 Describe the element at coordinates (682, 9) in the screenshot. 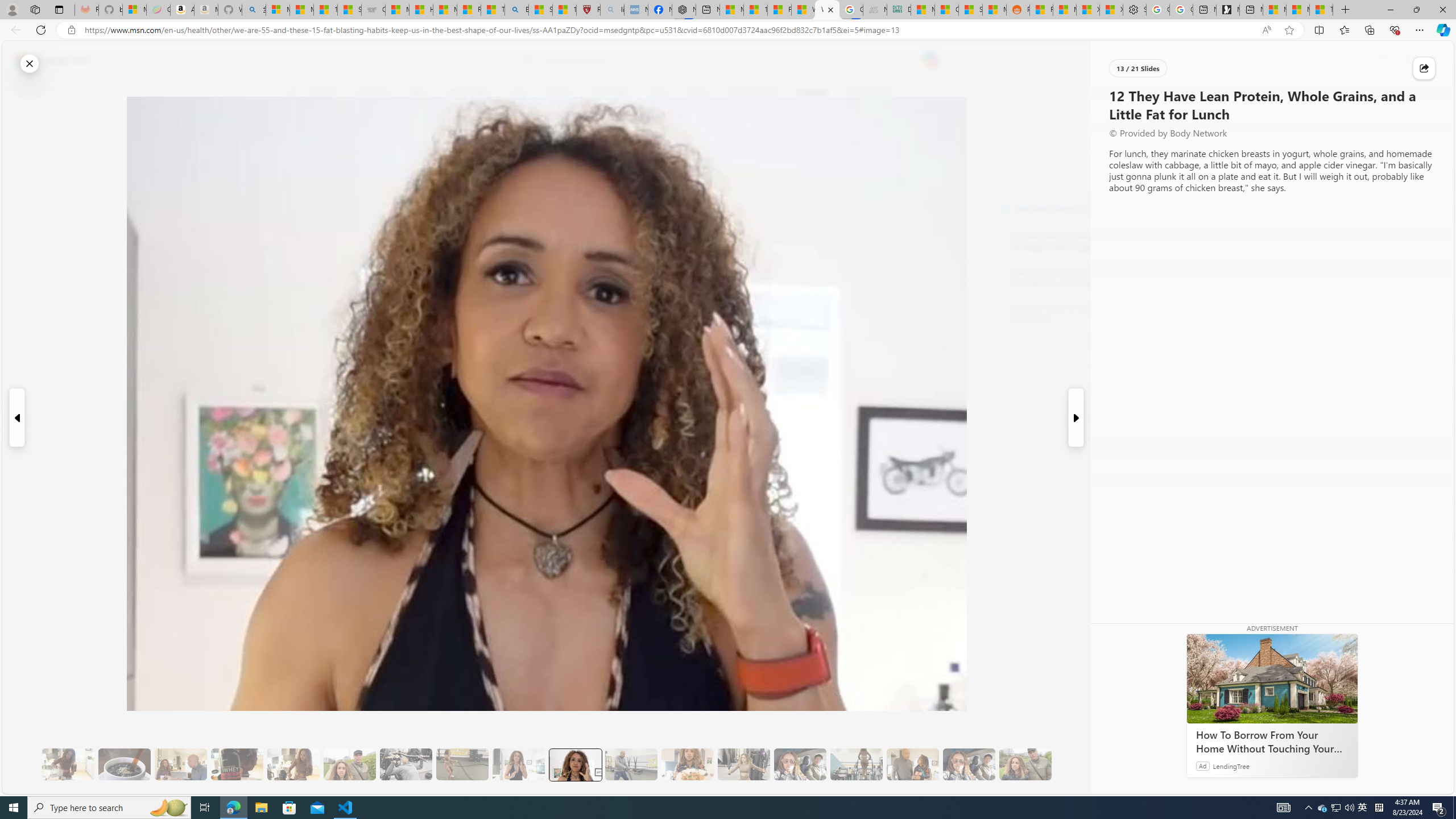

I see `'Nordace - Nordace Siena Is Not An Ordinary Backpack'` at that location.